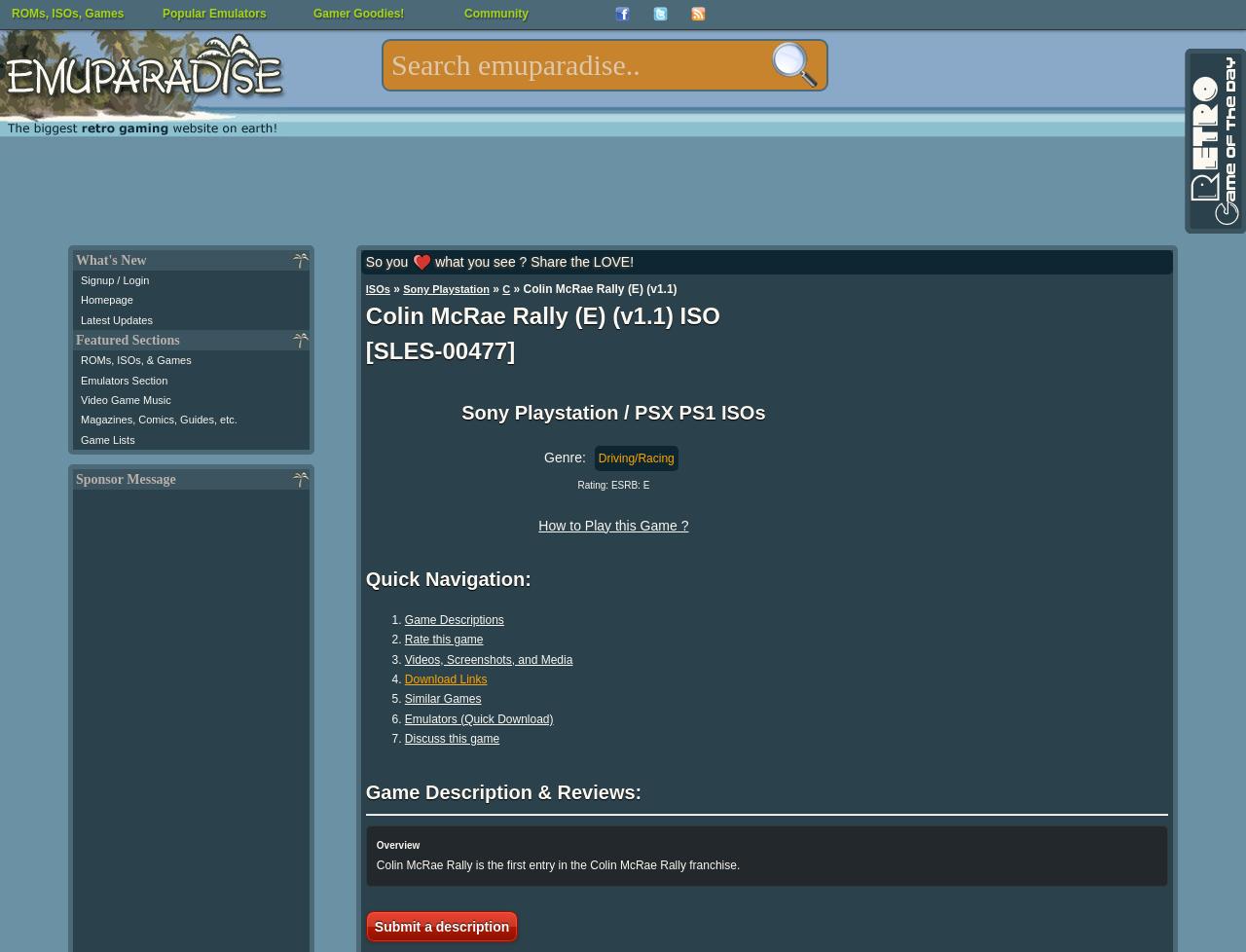 Image resolution: width=1246 pixels, height=952 pixels. I want to click on 'what you see ? Share the LOVE!', so click(531, 261).